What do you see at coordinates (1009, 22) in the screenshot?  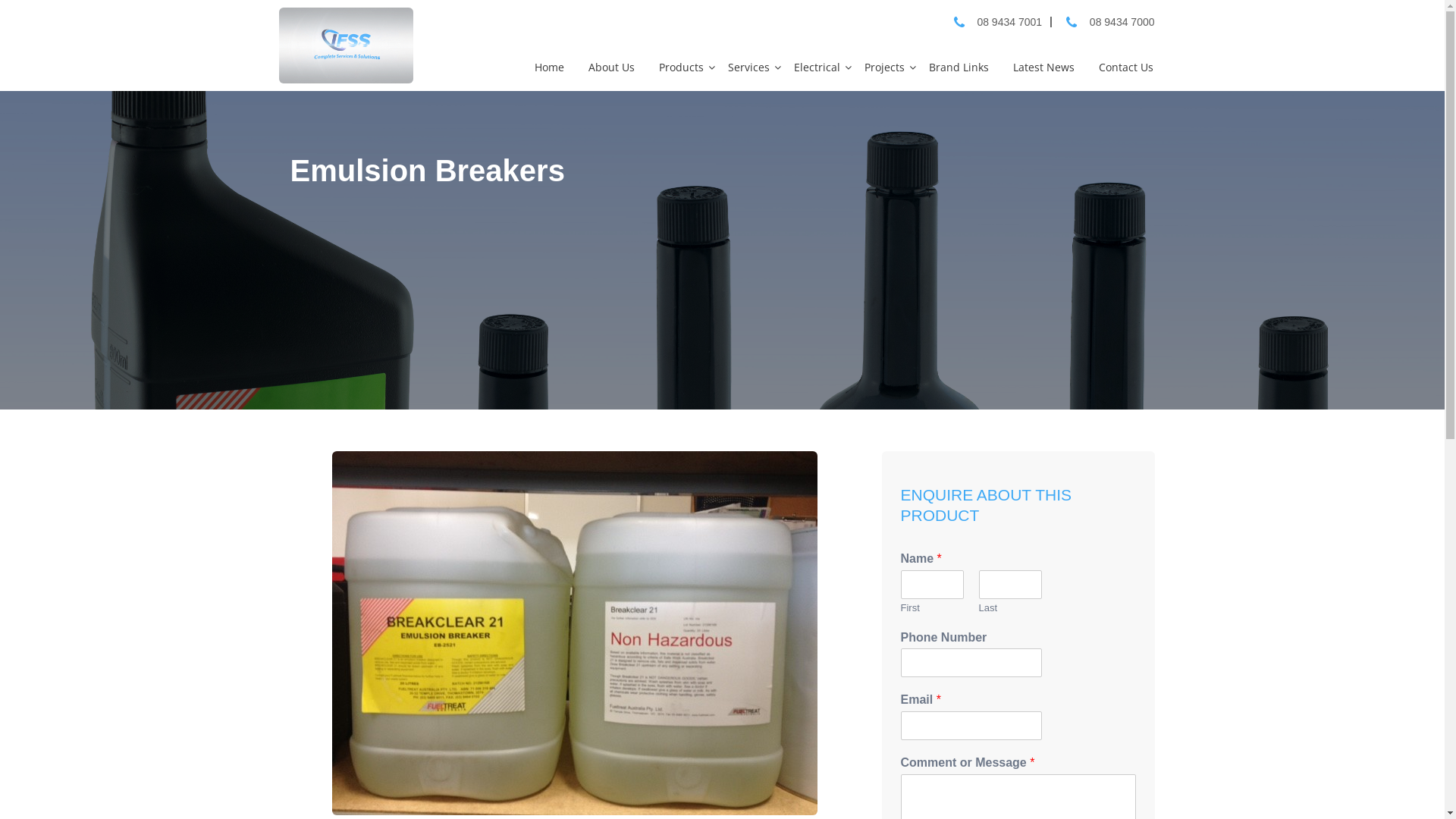 I see `'08 9434 7001'` at bounding box center [1009, 22].